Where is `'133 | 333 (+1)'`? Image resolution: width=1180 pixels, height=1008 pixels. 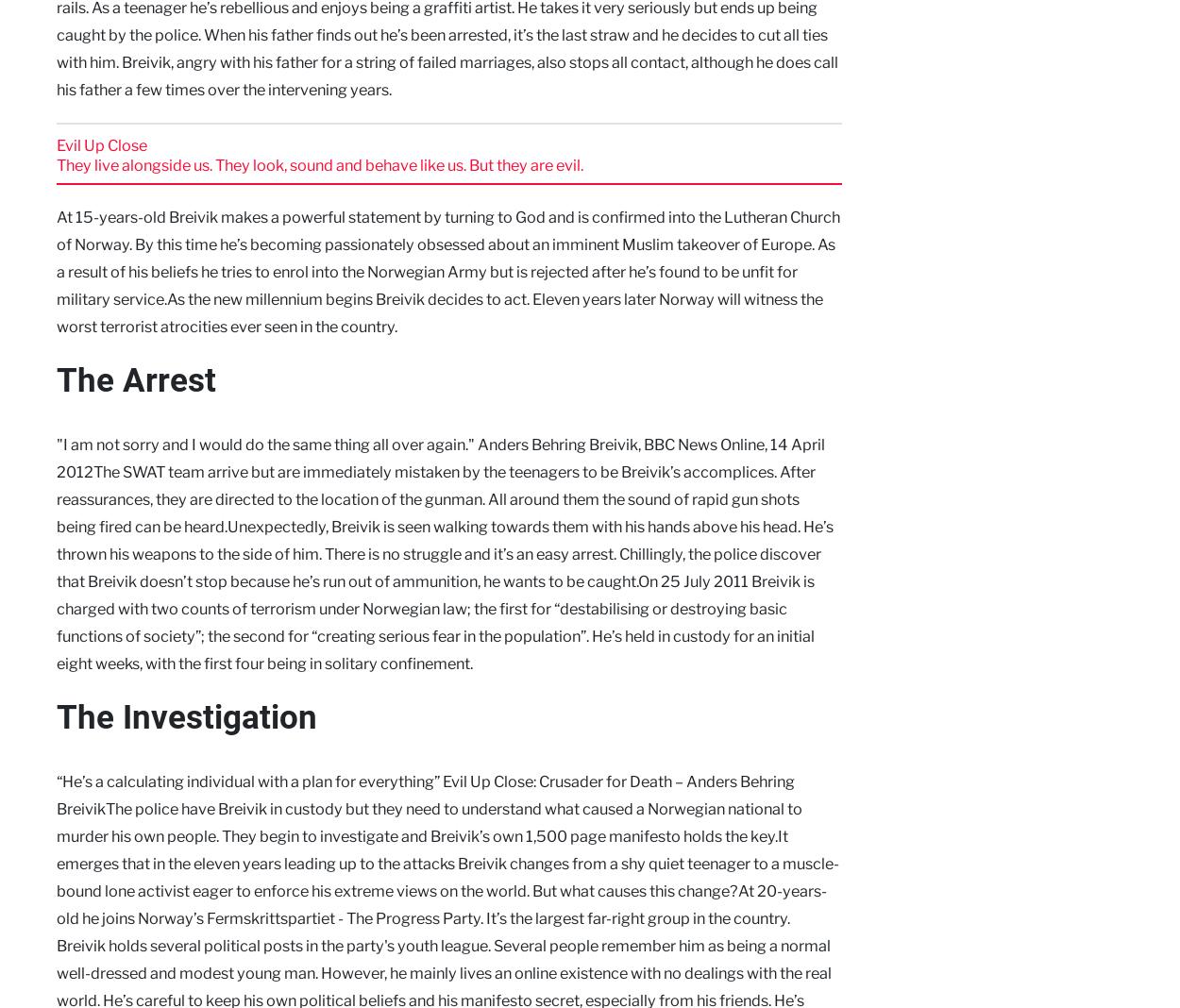 '133 | 333 (+1)' is located at coordinates (1086, 606).